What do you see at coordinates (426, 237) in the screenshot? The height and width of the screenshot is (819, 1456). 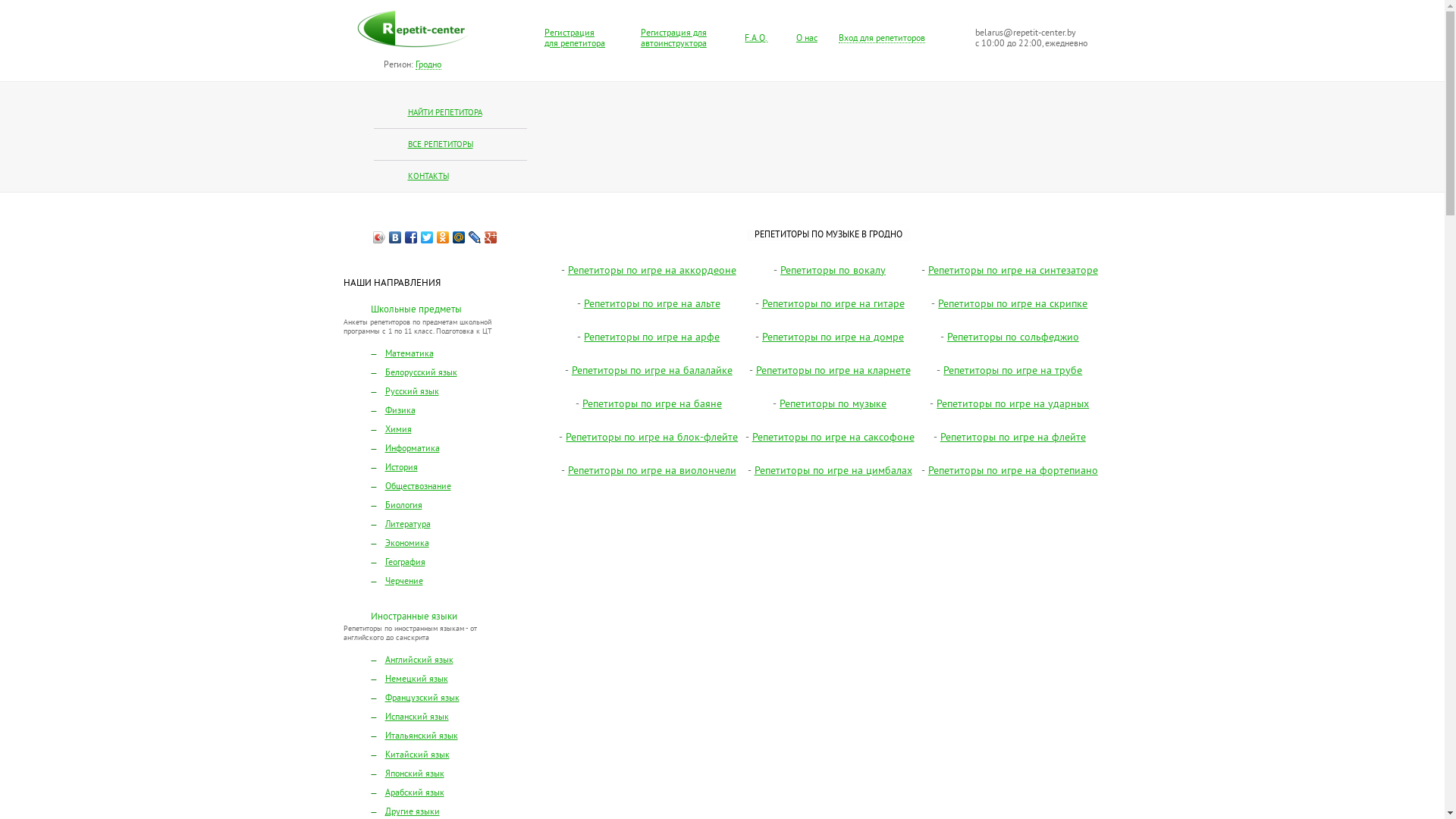 I see `'Twitter'` at bounding box center [426, 237].